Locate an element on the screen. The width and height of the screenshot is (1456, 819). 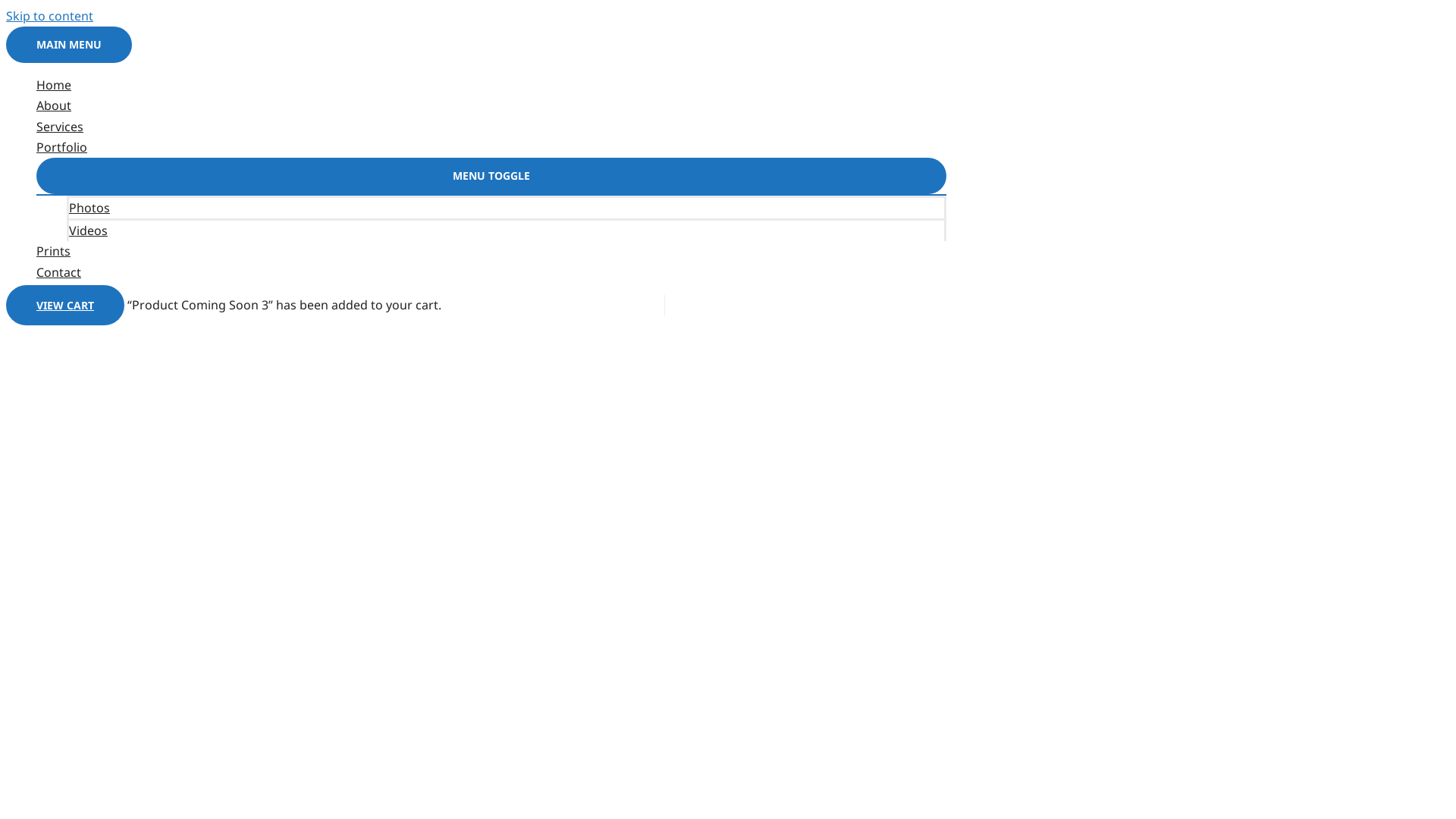
'MENU TOGGLE' is located at coordinates (491, 174).